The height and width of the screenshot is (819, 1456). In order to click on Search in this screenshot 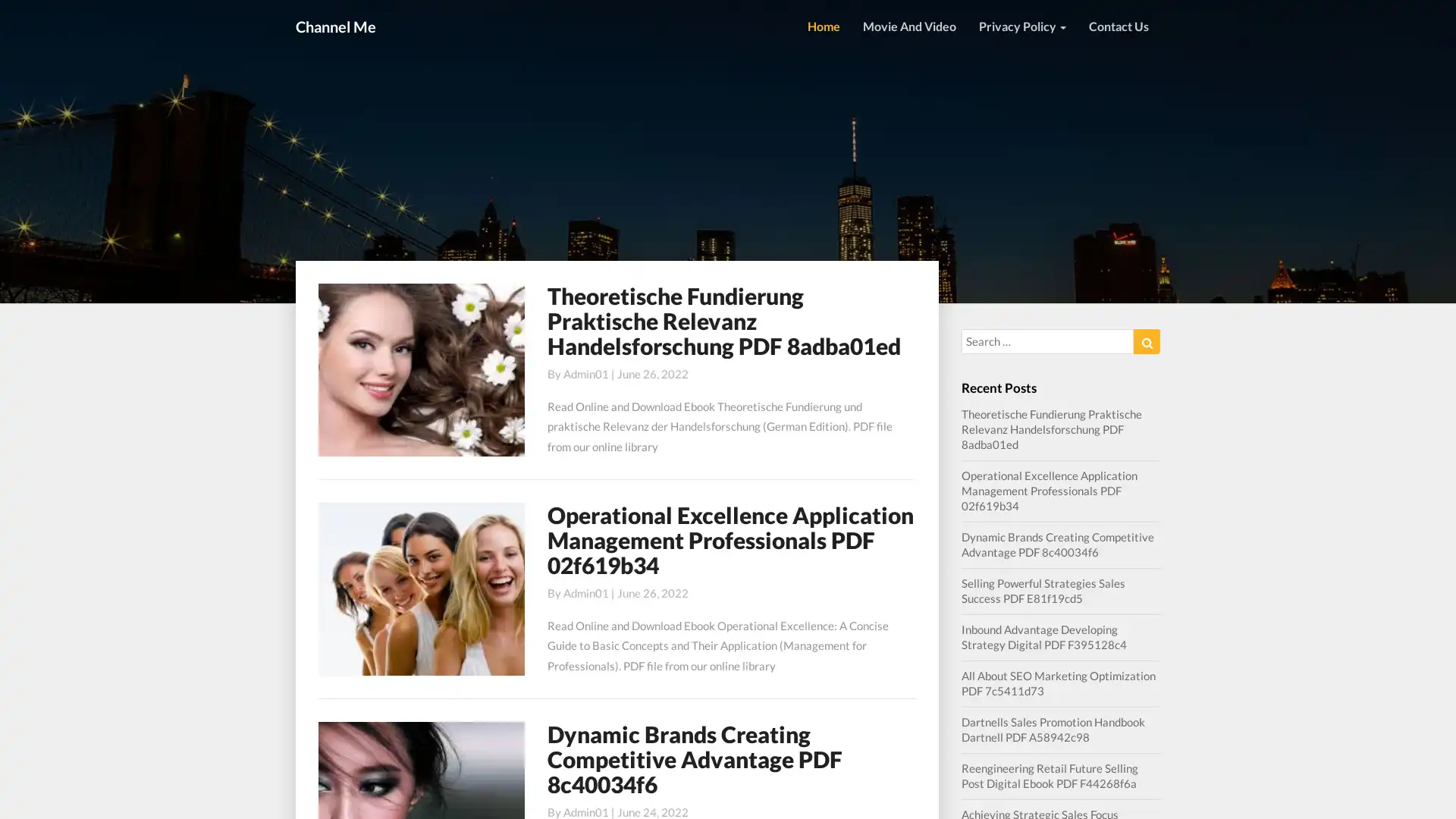, I will do `click(1147, 341)`.